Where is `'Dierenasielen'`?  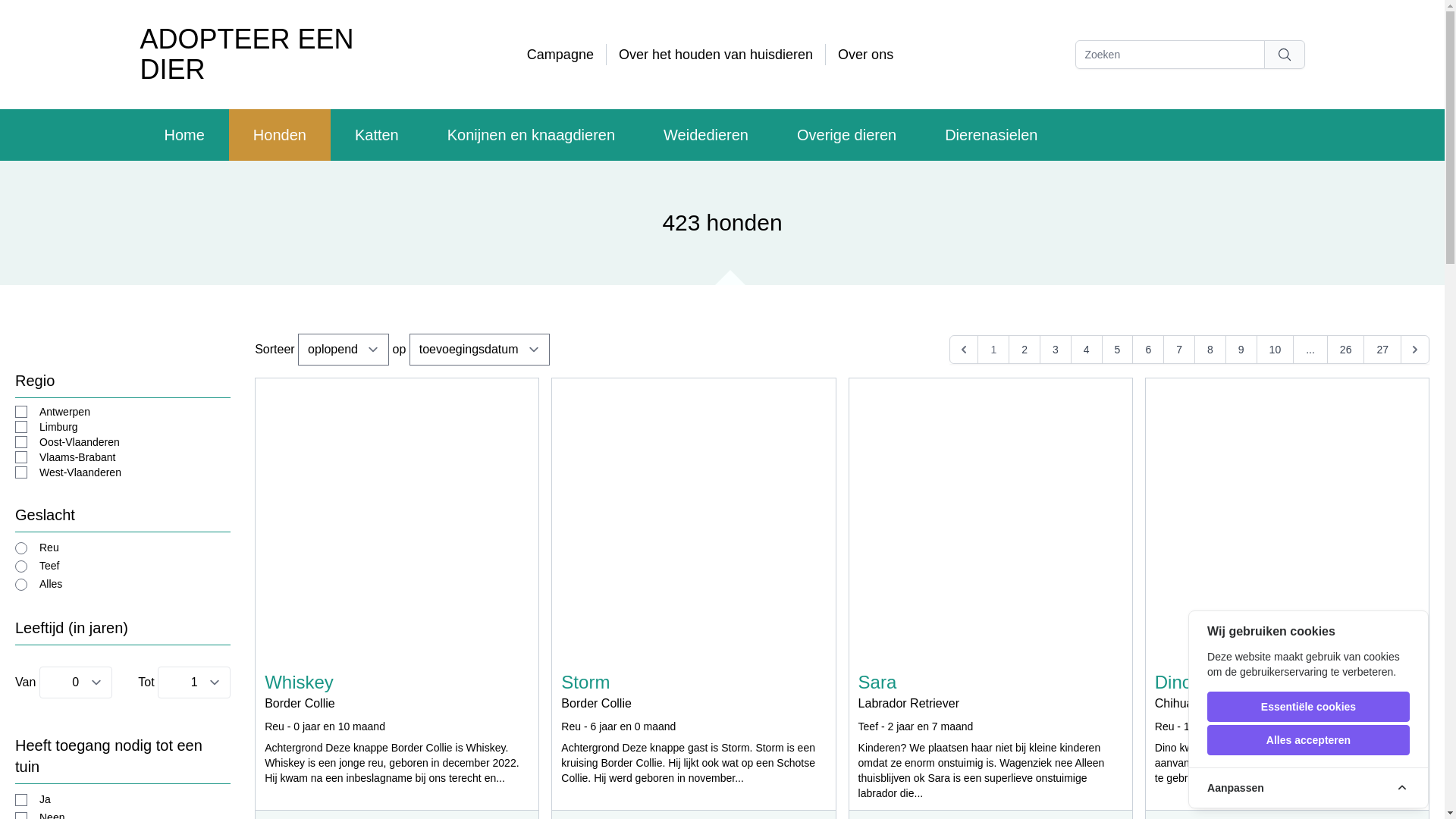
'Dierenasielen' is located at coordinates (990, 133).